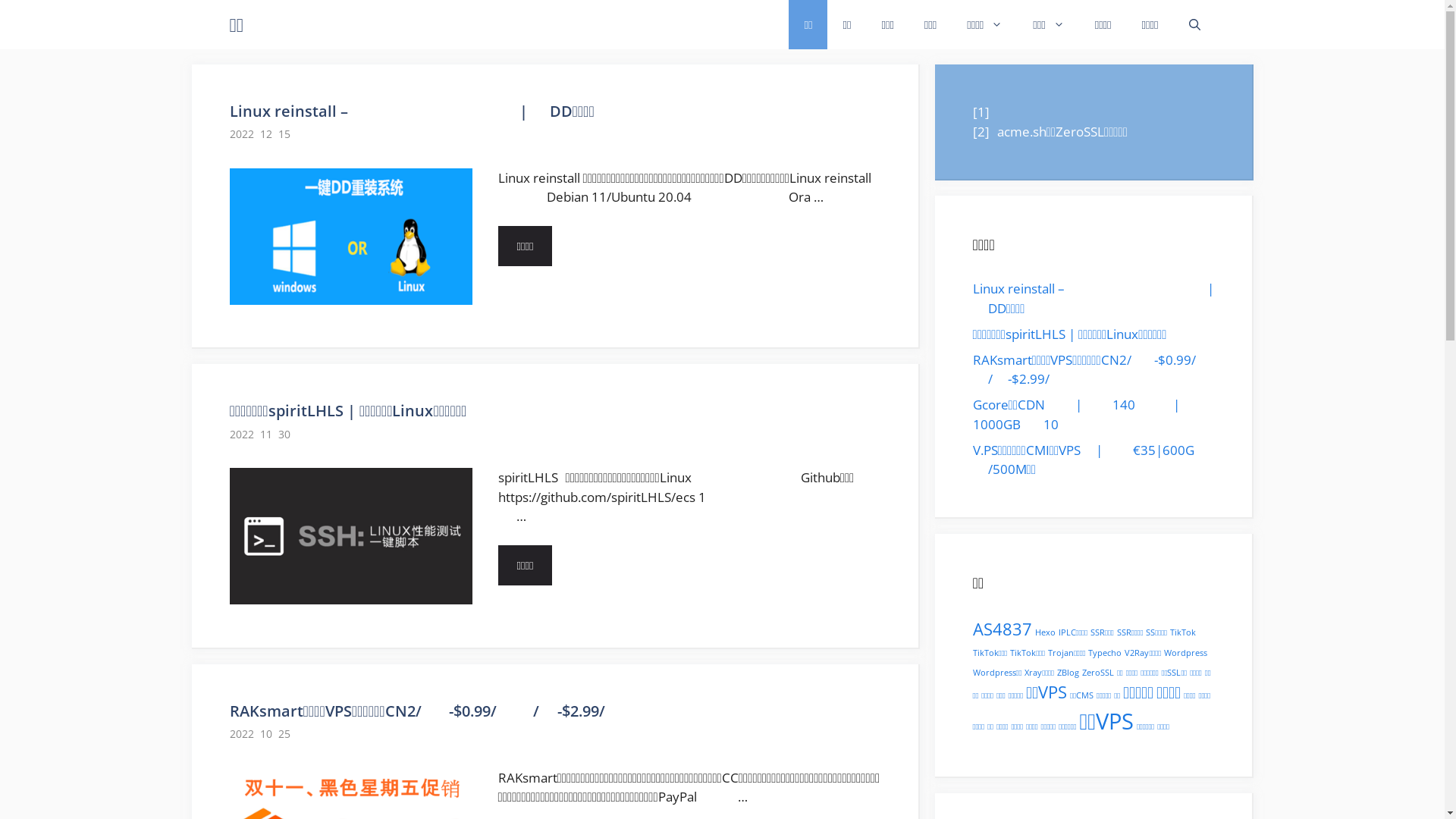  Describe the element at coordinates (1169, 632) in the screenshot. I see `'TikTok'` at that location.